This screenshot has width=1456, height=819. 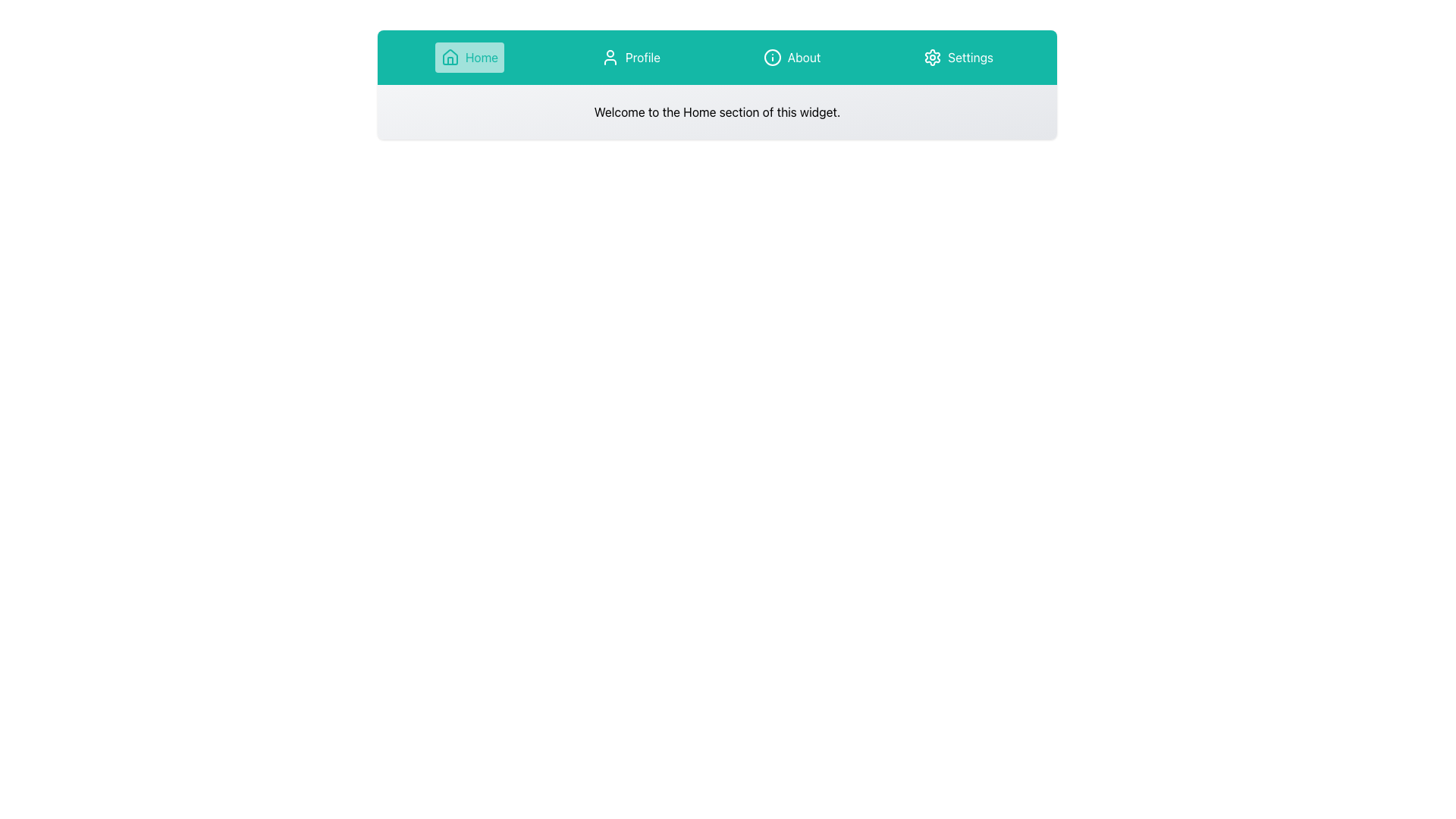 What do you see at coordinates (469, 57) in the screenshot?
I see `the 'Home' button with a teal background located in the navigation bar at the top of the interface` at bounding box center [469, 57].